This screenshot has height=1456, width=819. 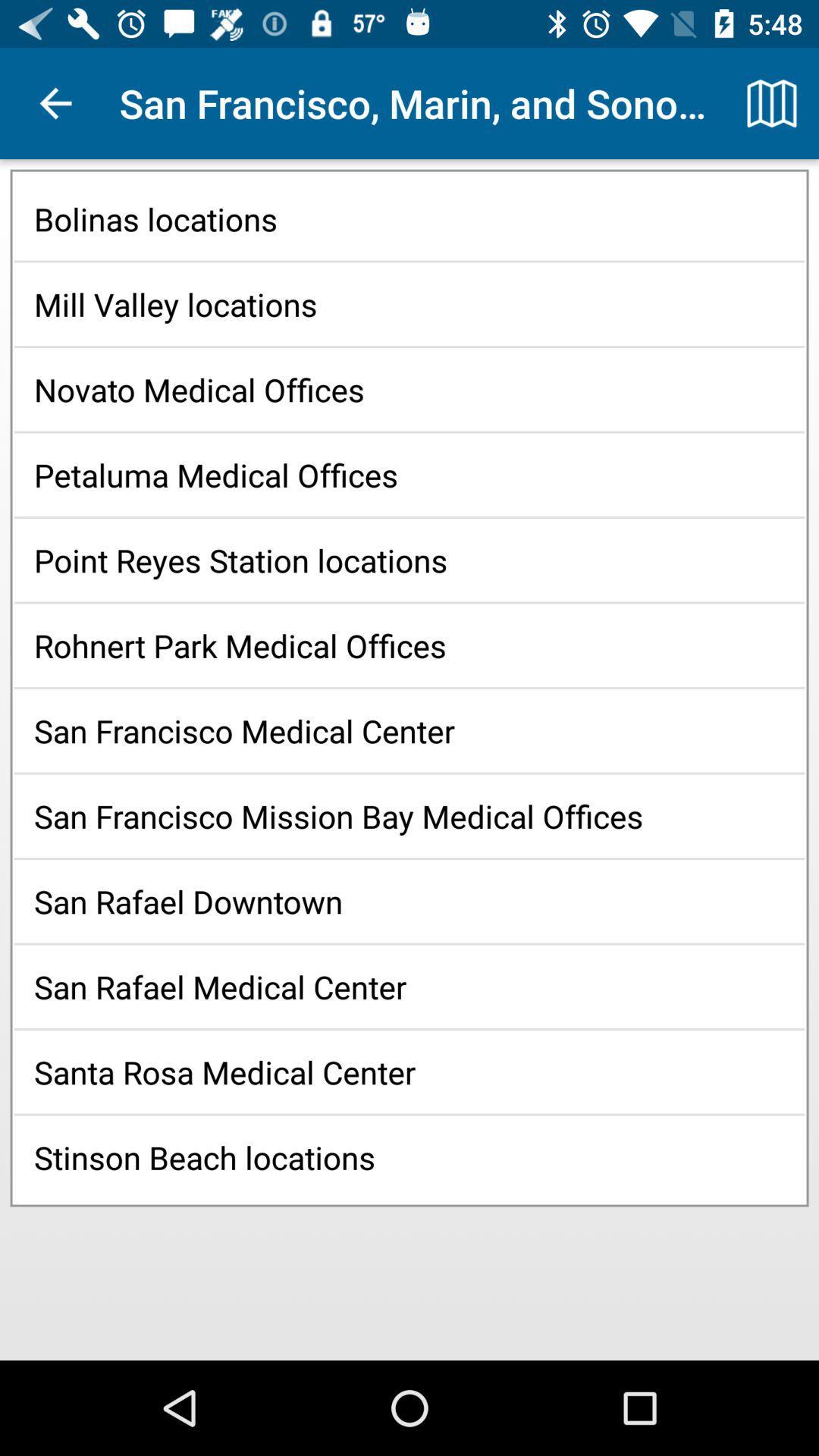 What do you see at coordinates (55, 102) in the screenshot?
I see `icon next to the san francisco marin app` at bounding box center [55, 102].